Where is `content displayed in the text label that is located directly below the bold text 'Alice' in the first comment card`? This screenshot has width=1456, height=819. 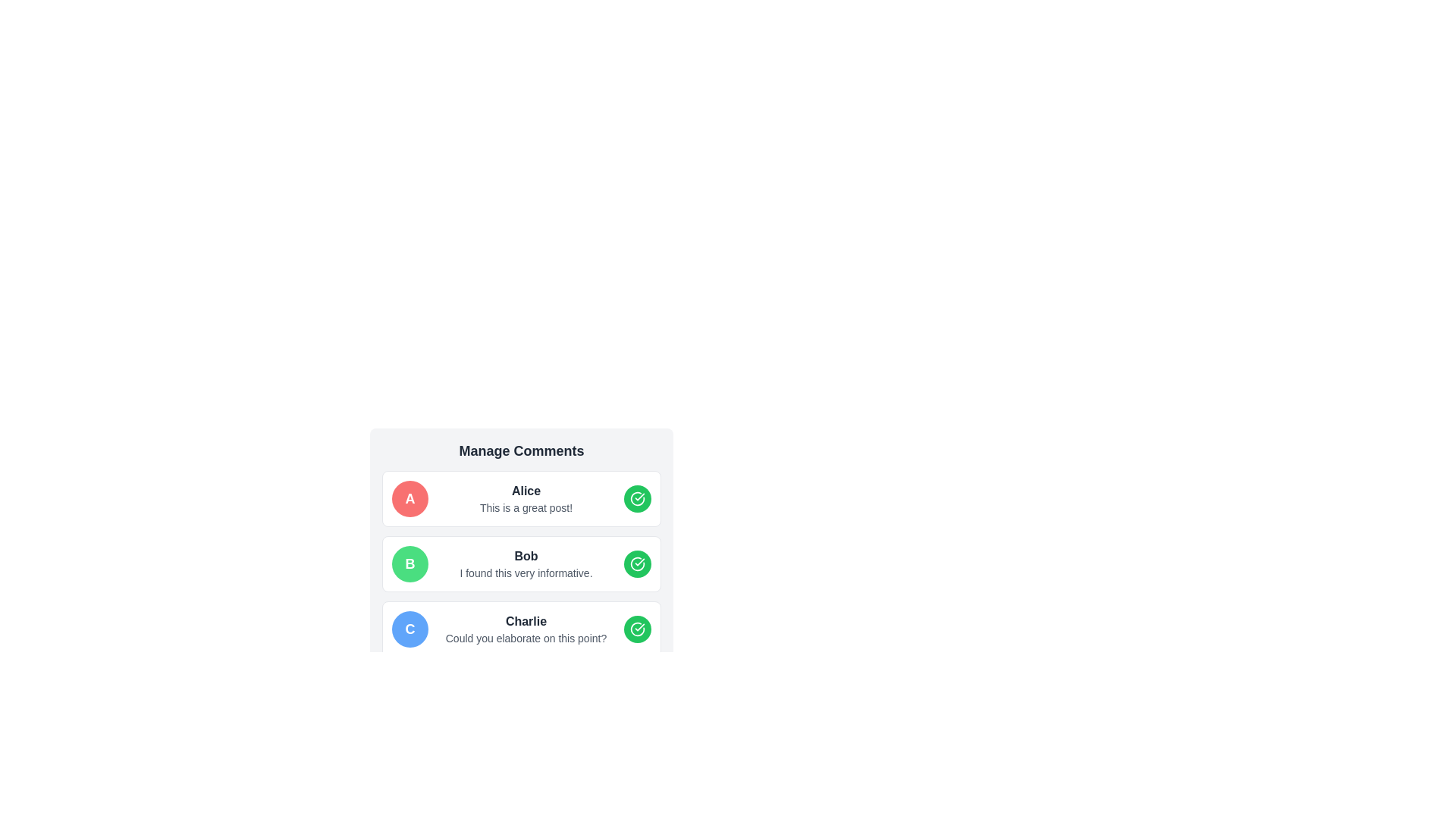 content displayed in the text label that is located directly below the bold text 'Alice' in the first comment card is located at coordinates (526, 508).